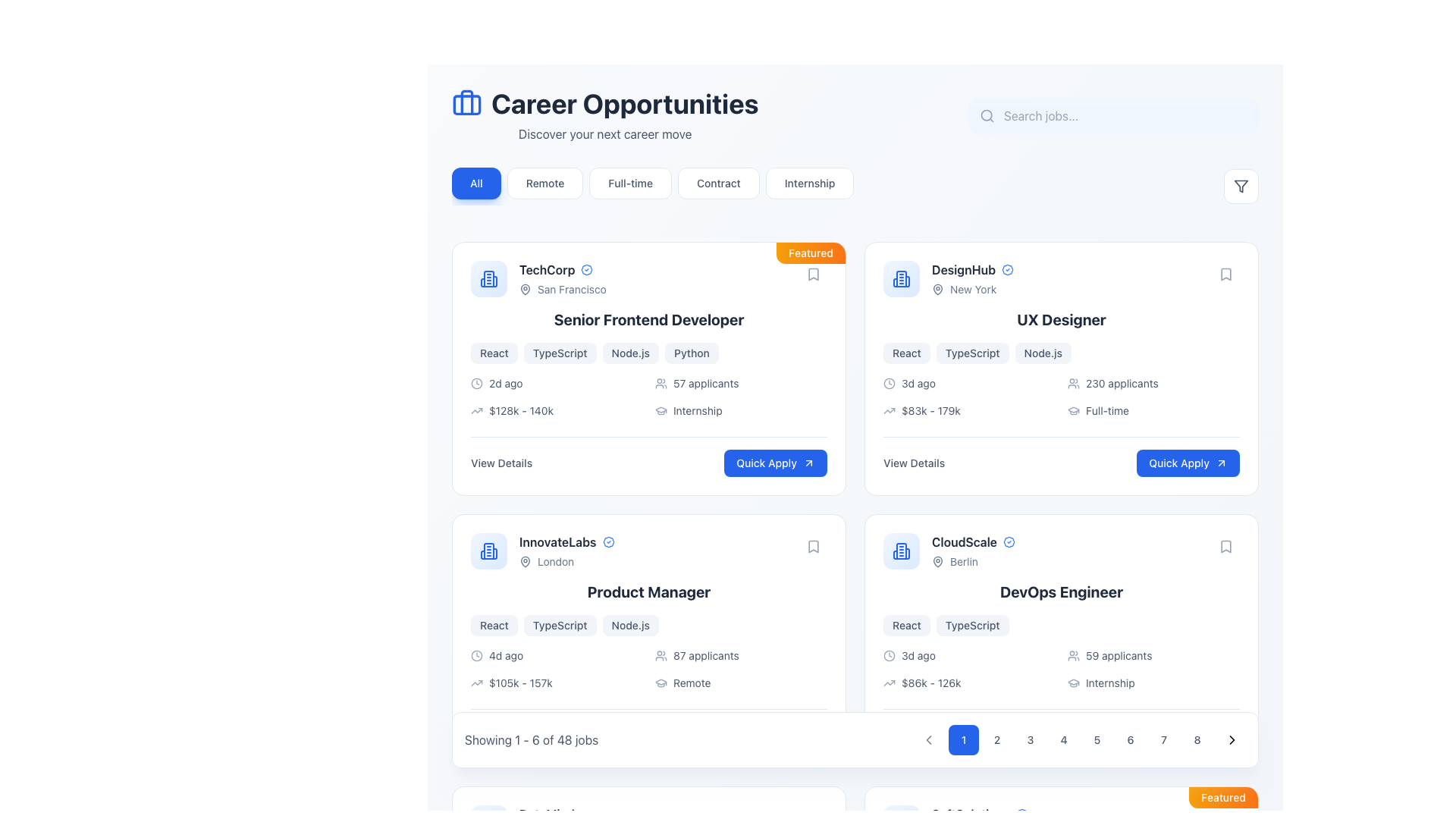 Image resolution: width=1456 pixels, height=819 pixels. Describe the element at coordinates (1097, 739) in the screenshot. I see `the circular button labeled '5' in the bottom navigation bar for accessibility navigation` at that location.